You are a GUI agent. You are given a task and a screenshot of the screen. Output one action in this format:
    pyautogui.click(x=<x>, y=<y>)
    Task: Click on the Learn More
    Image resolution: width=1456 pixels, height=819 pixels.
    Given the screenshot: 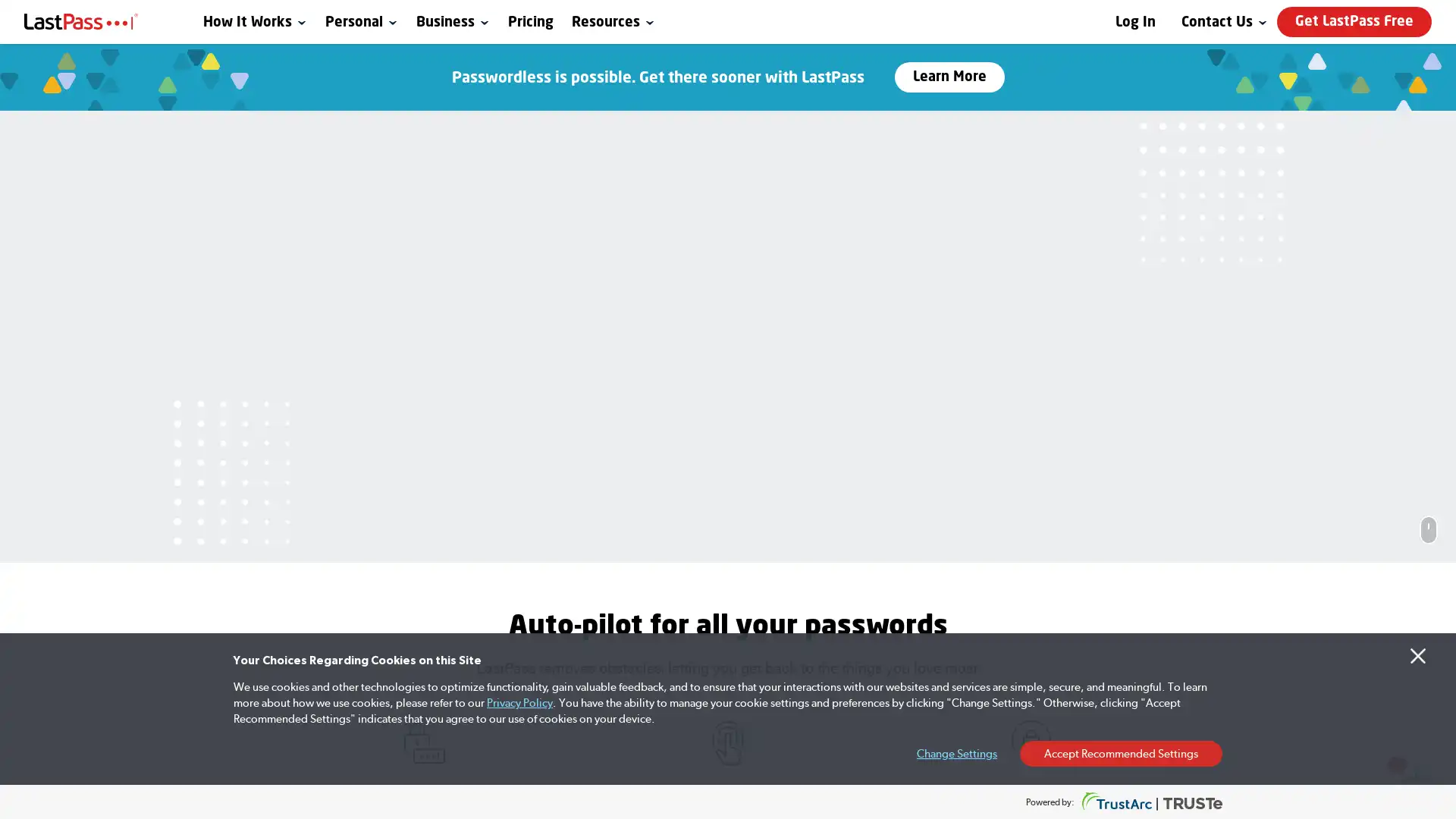 What is the action you would take?
    pyautogui.click(x=948, y=77)
    